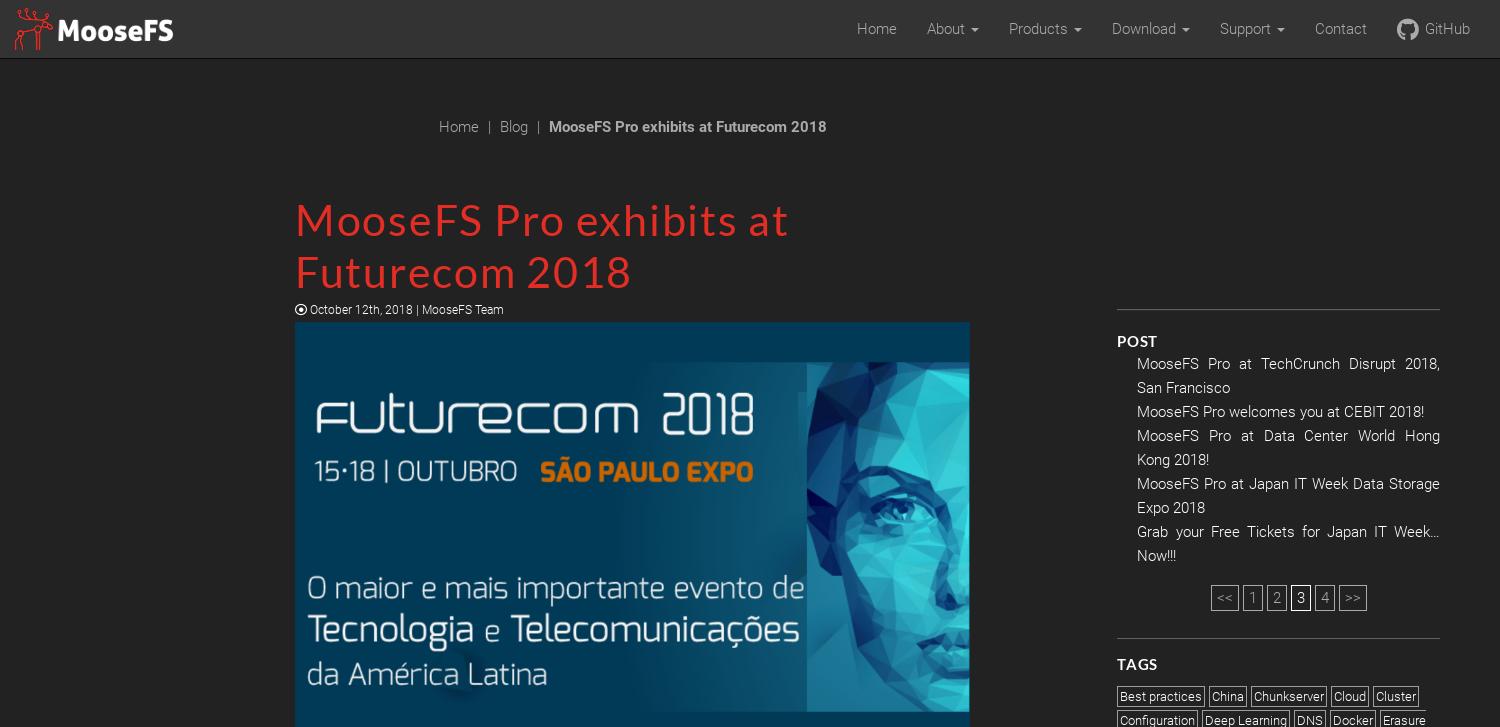 The width and height of the screenshot is (1500, 727). What do you see at coordinates (1288, 446) in the screenshot?
I see `'MooseFS Pro at Data Center World Hong Kong 2018!'` at bounding box center [1288, 446].